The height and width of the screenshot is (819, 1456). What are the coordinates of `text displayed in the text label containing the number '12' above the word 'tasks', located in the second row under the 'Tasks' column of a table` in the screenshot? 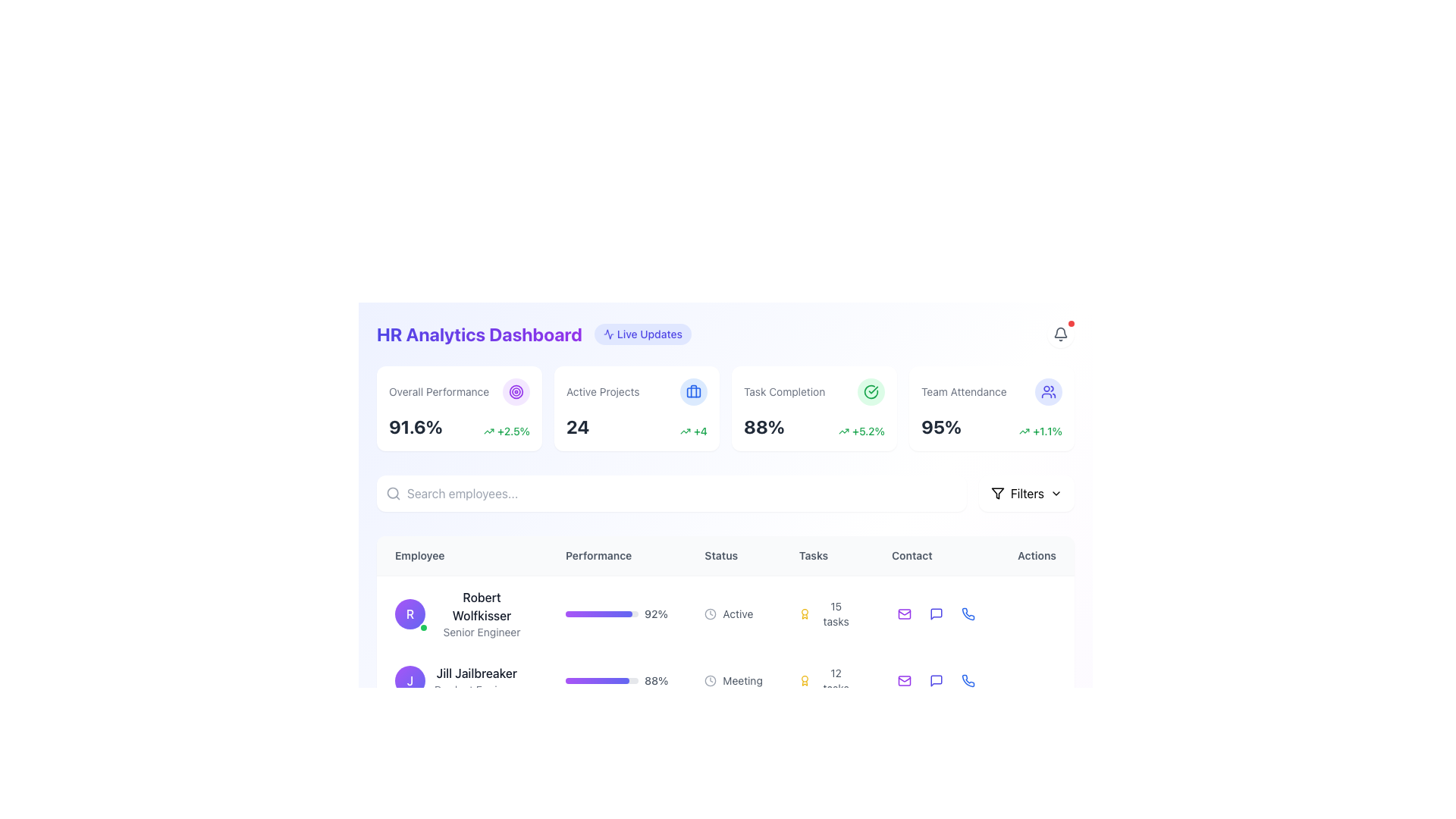 It's located at (835, 680).